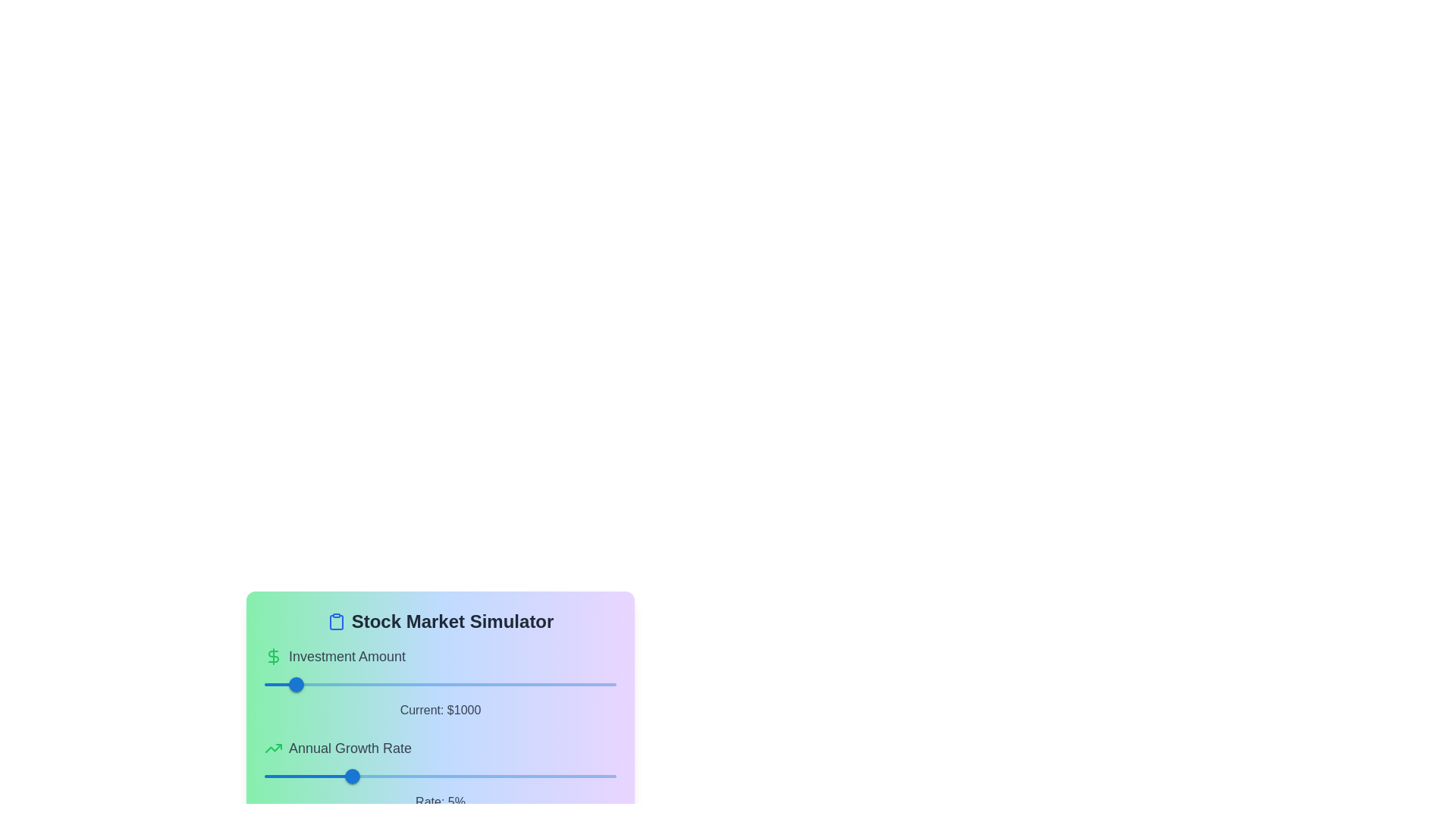 The height and width of the screenshot is (819, 1456). Describe the element at coordinates (438, 684) in the screenshot. I see `the investment amount` at that location.